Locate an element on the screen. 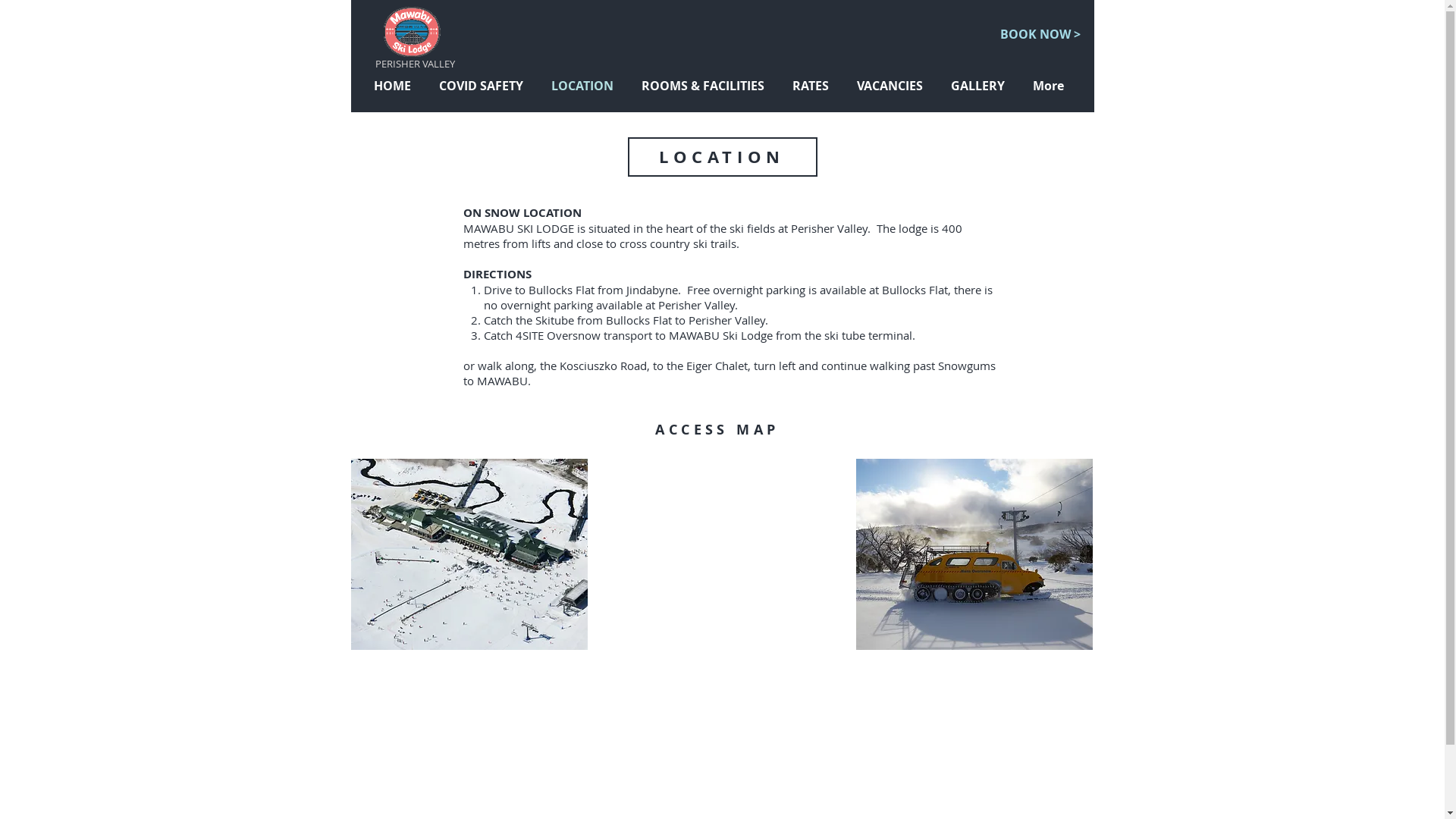  'COVID SAFETY' is located at coordinates (483, 86).